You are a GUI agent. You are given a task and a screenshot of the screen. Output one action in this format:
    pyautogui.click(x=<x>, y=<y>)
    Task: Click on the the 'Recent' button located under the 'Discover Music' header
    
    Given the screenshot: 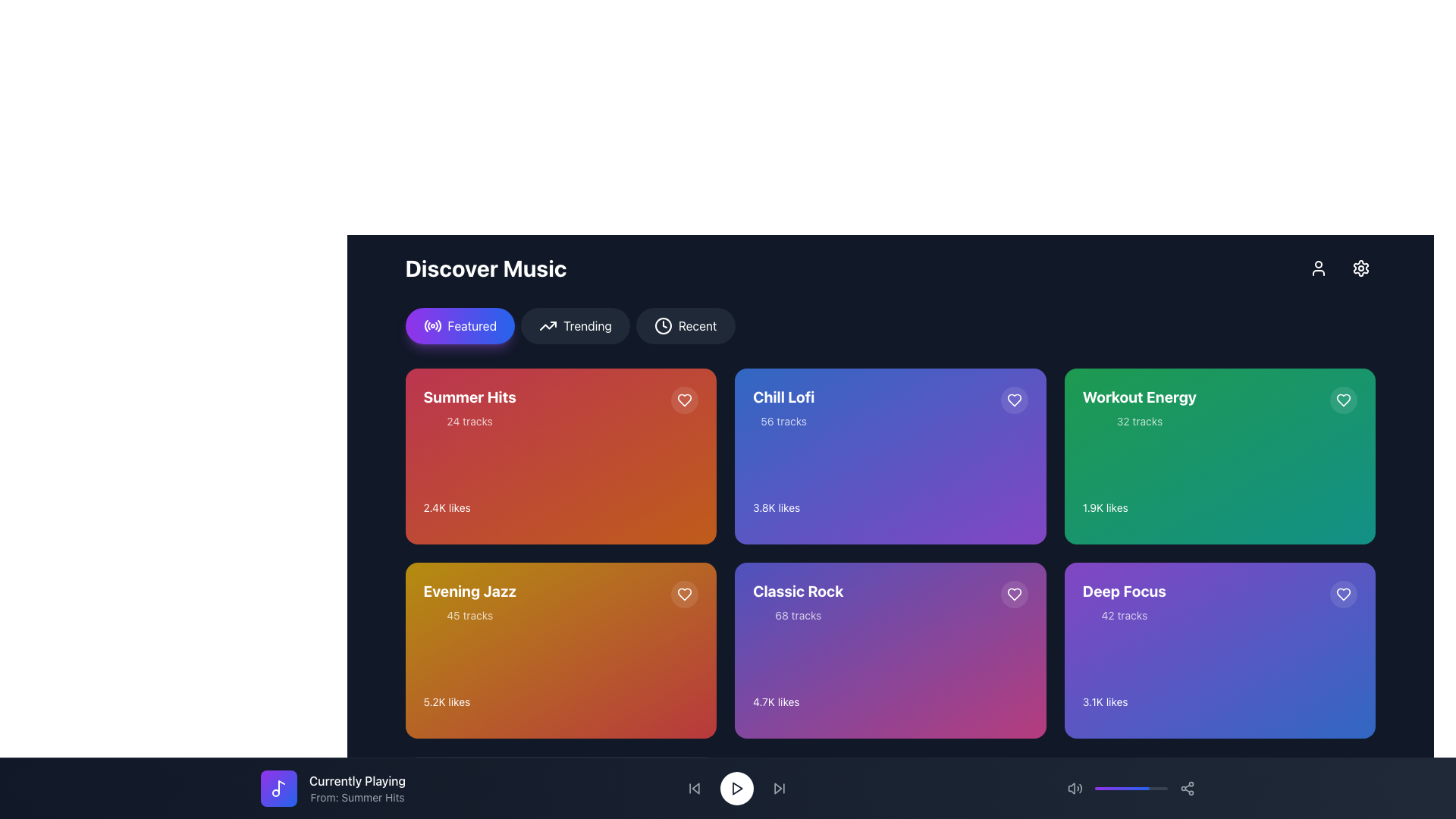 What is the action you would take?
    pyautogui.click(x=685, y=325)
    